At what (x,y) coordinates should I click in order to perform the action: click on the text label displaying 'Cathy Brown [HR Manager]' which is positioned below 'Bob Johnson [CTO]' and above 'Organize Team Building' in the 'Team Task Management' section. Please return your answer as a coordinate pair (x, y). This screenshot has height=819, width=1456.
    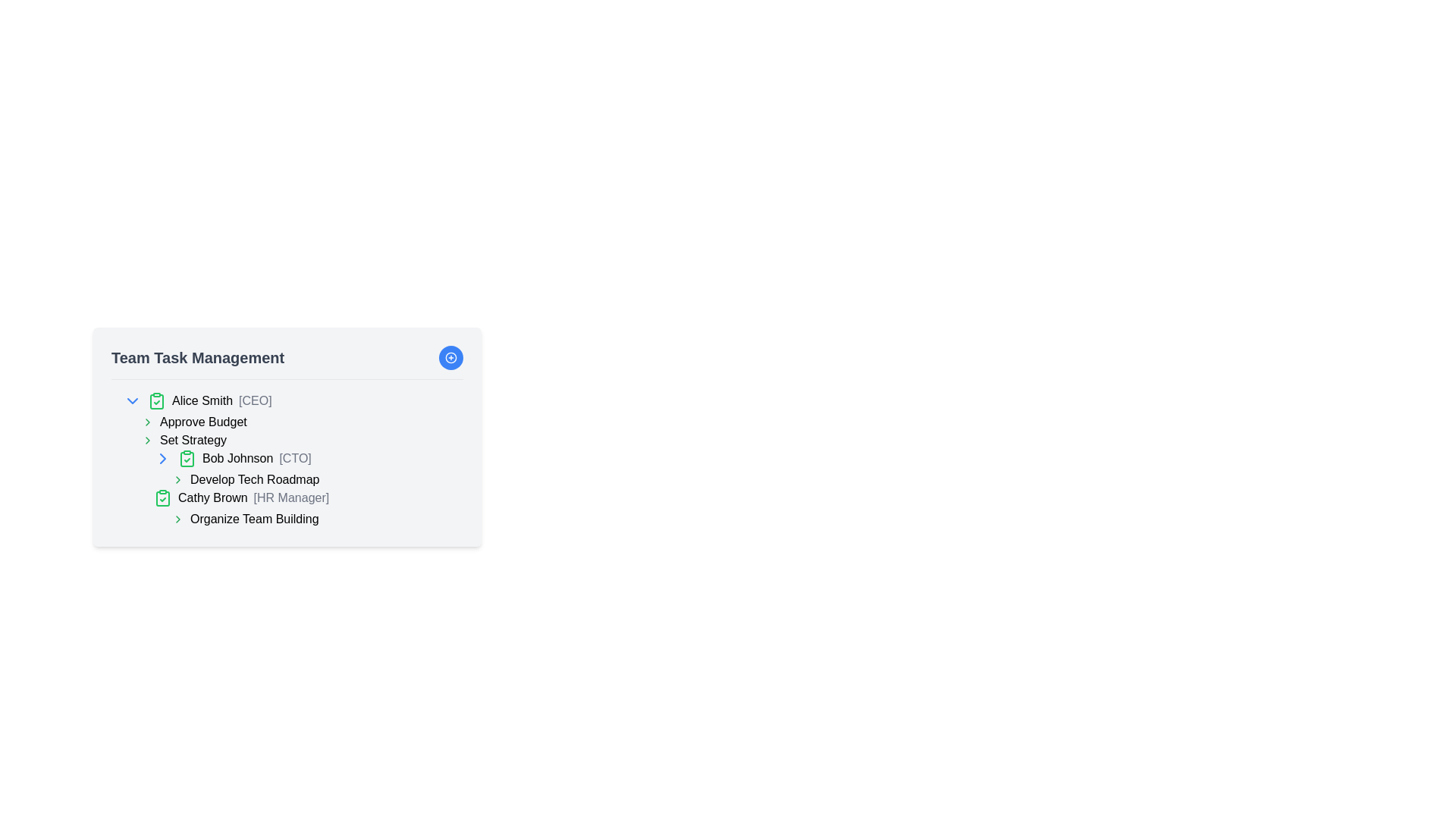
    Looking at the image, I should click on (253, 497).